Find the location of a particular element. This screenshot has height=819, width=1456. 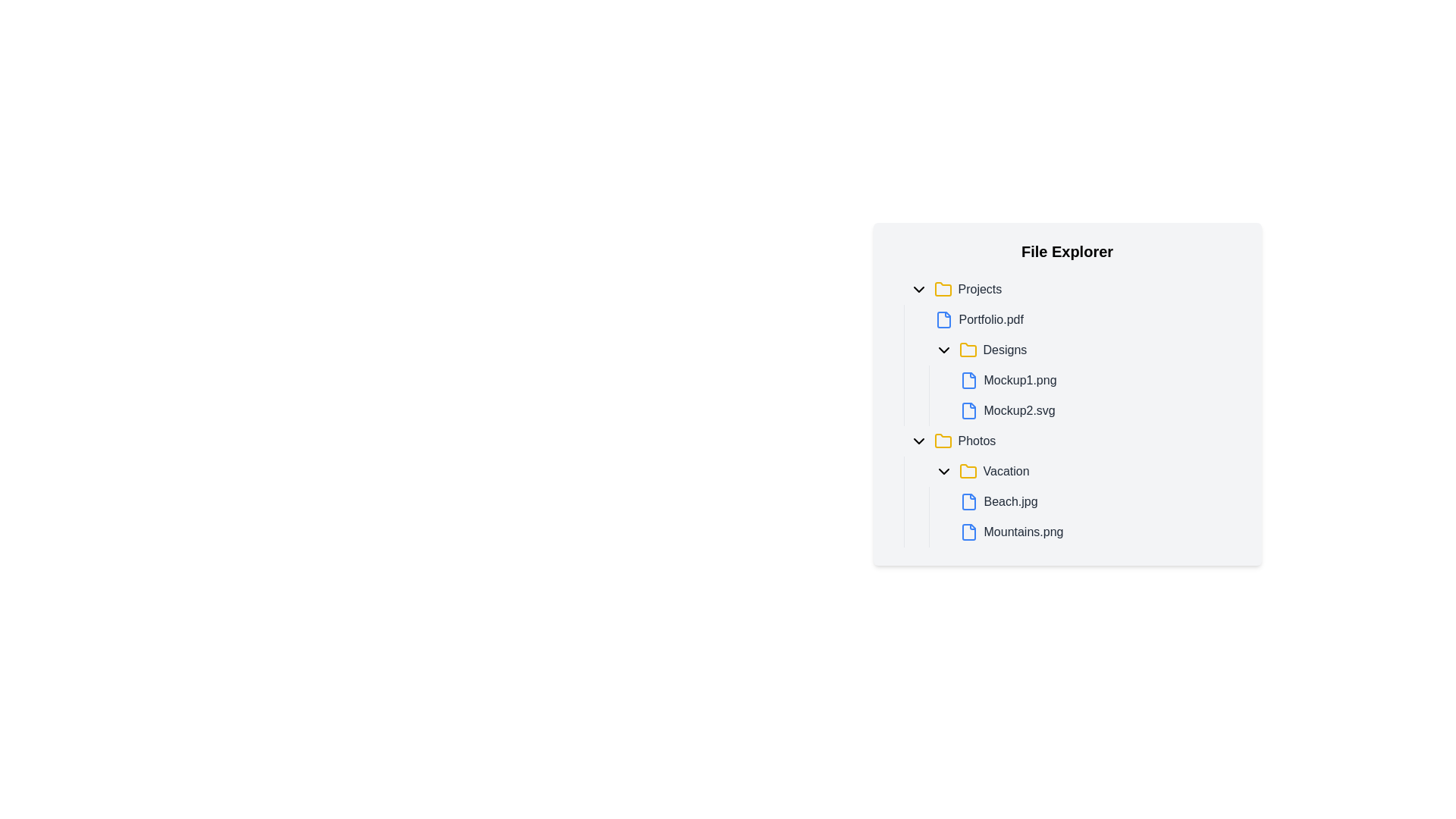

the icon representing the document file 'Beach.jpg' located in the 'File Explorer' panel within the 'Vacation' folder is located at coordinates (968, 502).